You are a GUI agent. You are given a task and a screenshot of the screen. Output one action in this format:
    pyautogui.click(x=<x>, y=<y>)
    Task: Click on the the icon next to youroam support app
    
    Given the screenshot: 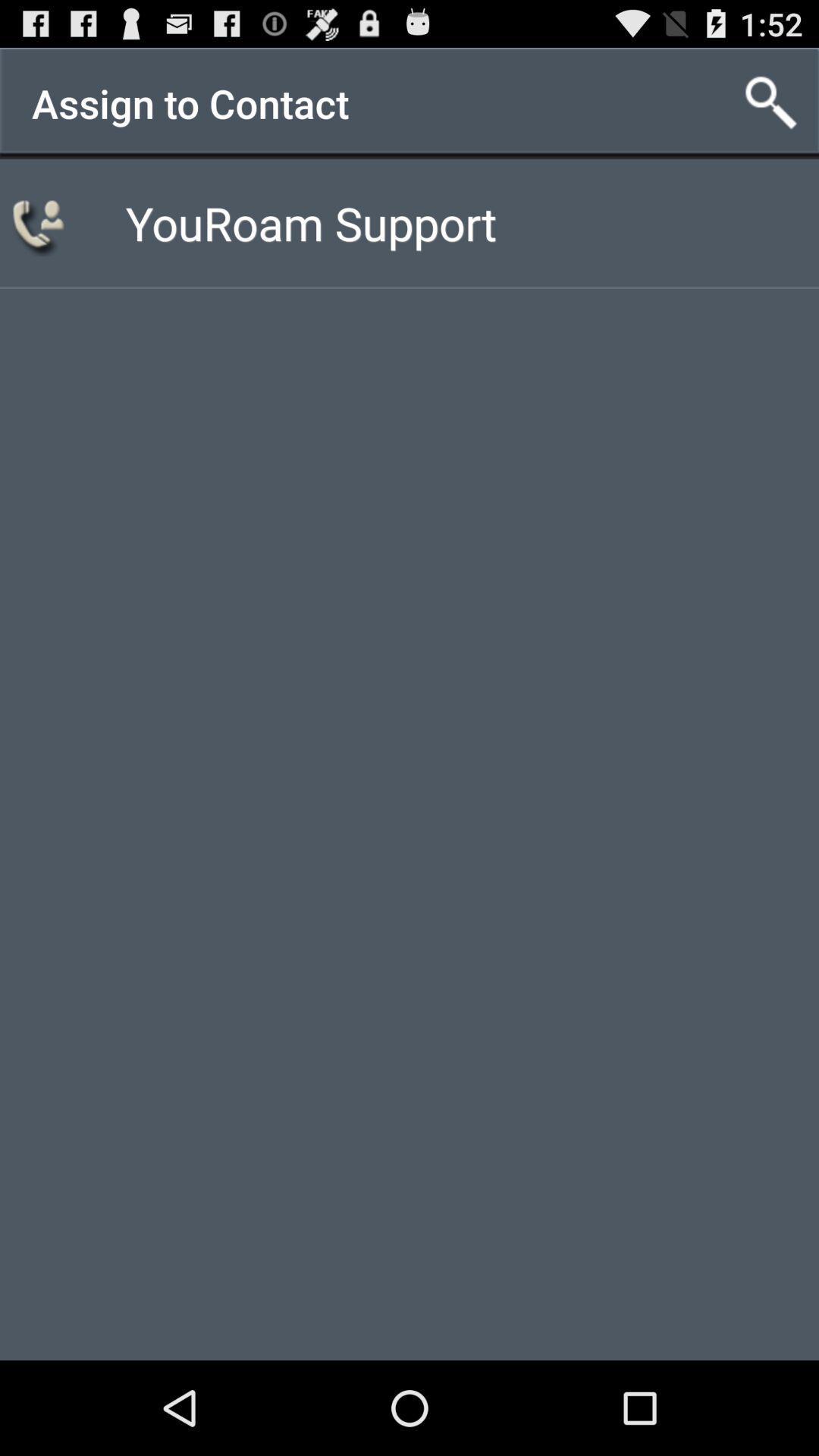 What is the action you would take?
    pyautogui.click(x=40, y=221)
    